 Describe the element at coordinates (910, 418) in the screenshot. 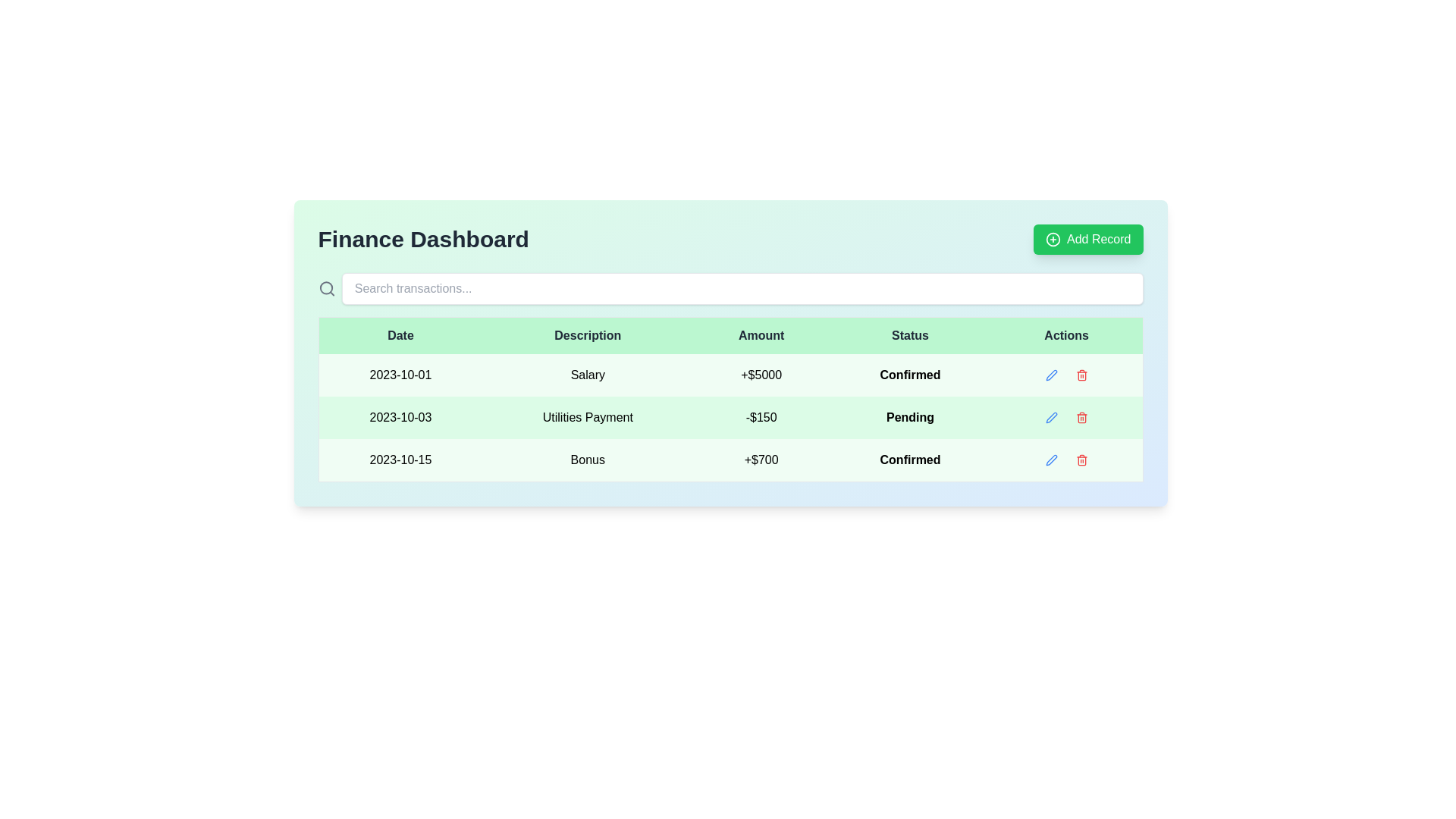

I see `the 'Pending' status text label in the 'Status' column of the 'Finance Dashboard' table, specifically in the second row for the 'Utilities Payment' transaction` at that location.